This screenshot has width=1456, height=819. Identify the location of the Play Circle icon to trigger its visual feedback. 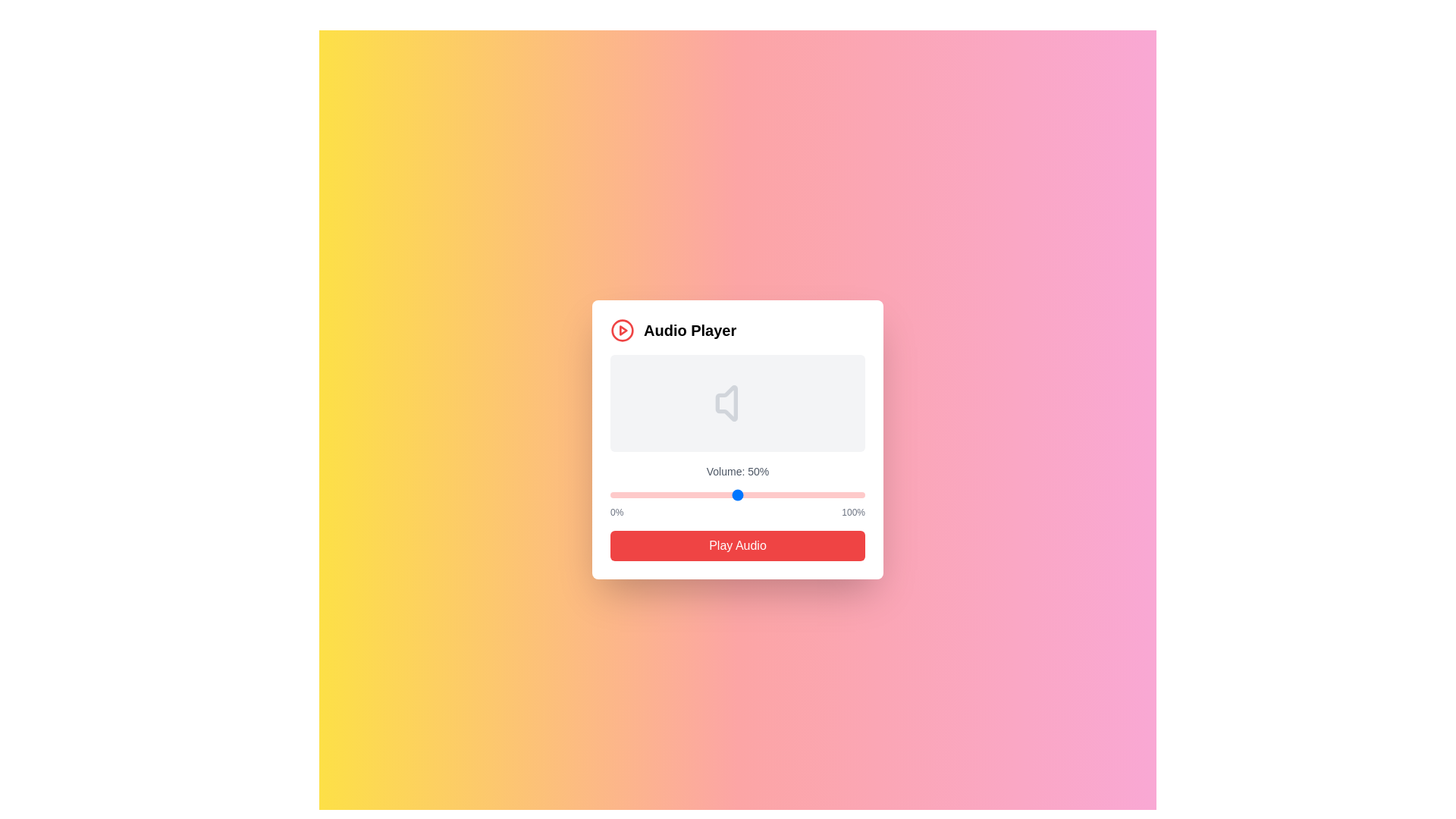
(622, 329).